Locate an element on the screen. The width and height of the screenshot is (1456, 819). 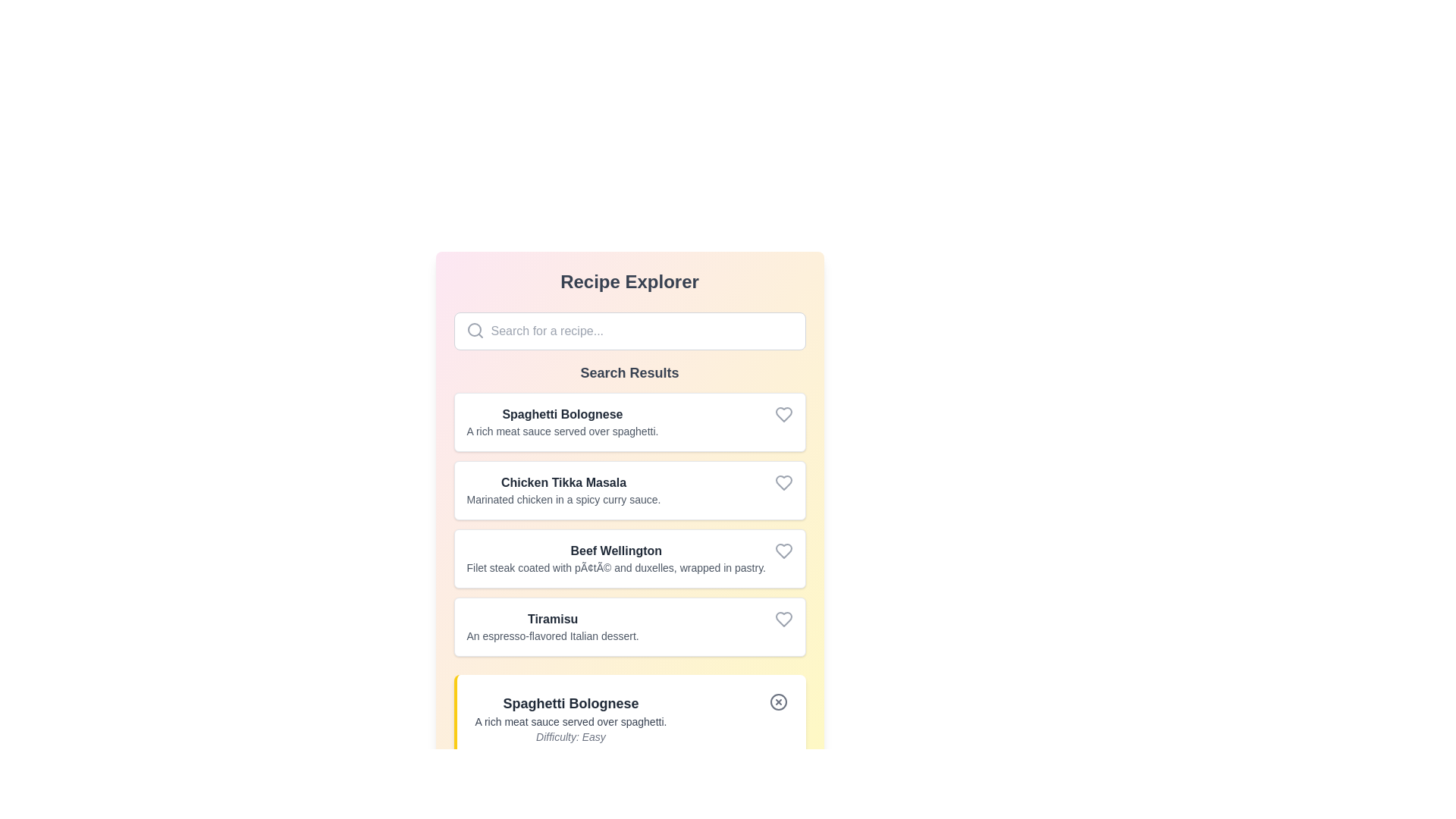
the favorite icon button located in the top-right corner of the card for 'Chicken Tikka Masala' is located at coordinates (783, 482).